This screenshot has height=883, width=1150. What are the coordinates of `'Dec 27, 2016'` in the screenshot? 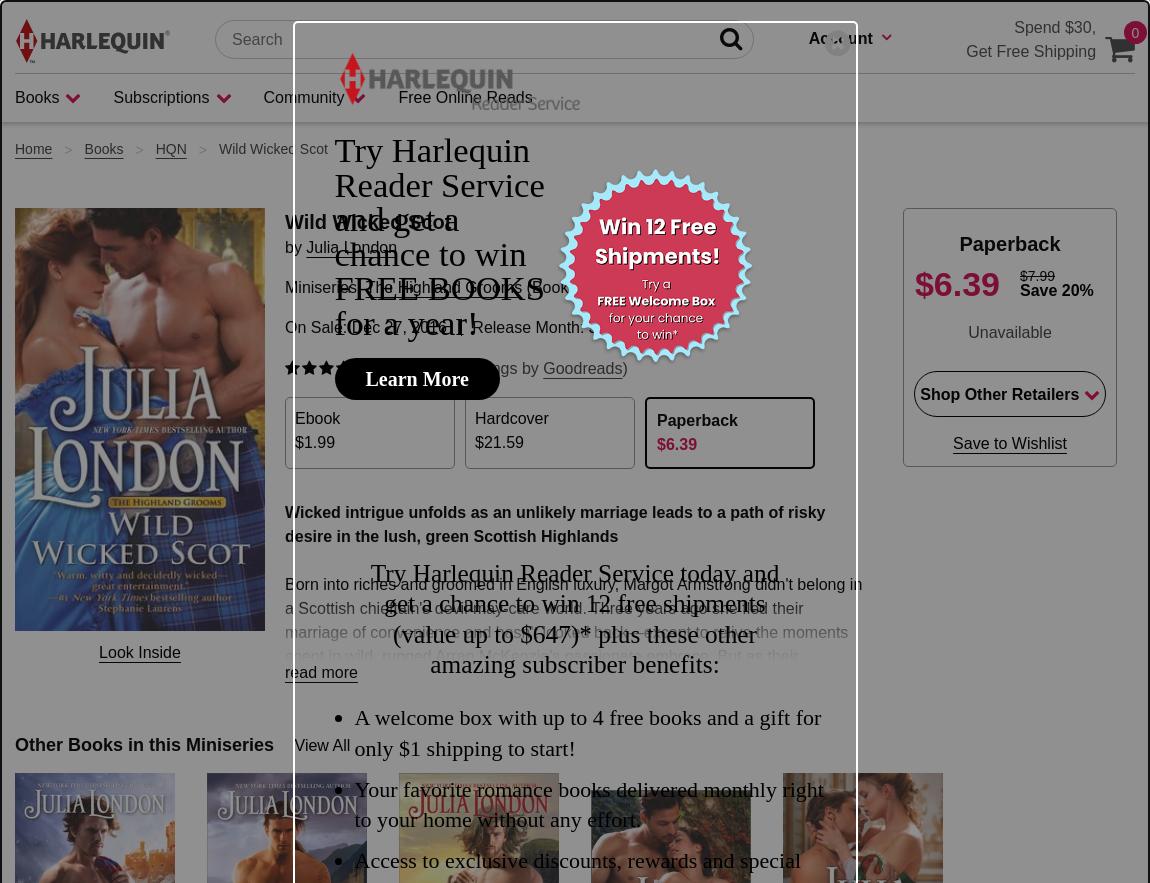 It's located at (398, 325).